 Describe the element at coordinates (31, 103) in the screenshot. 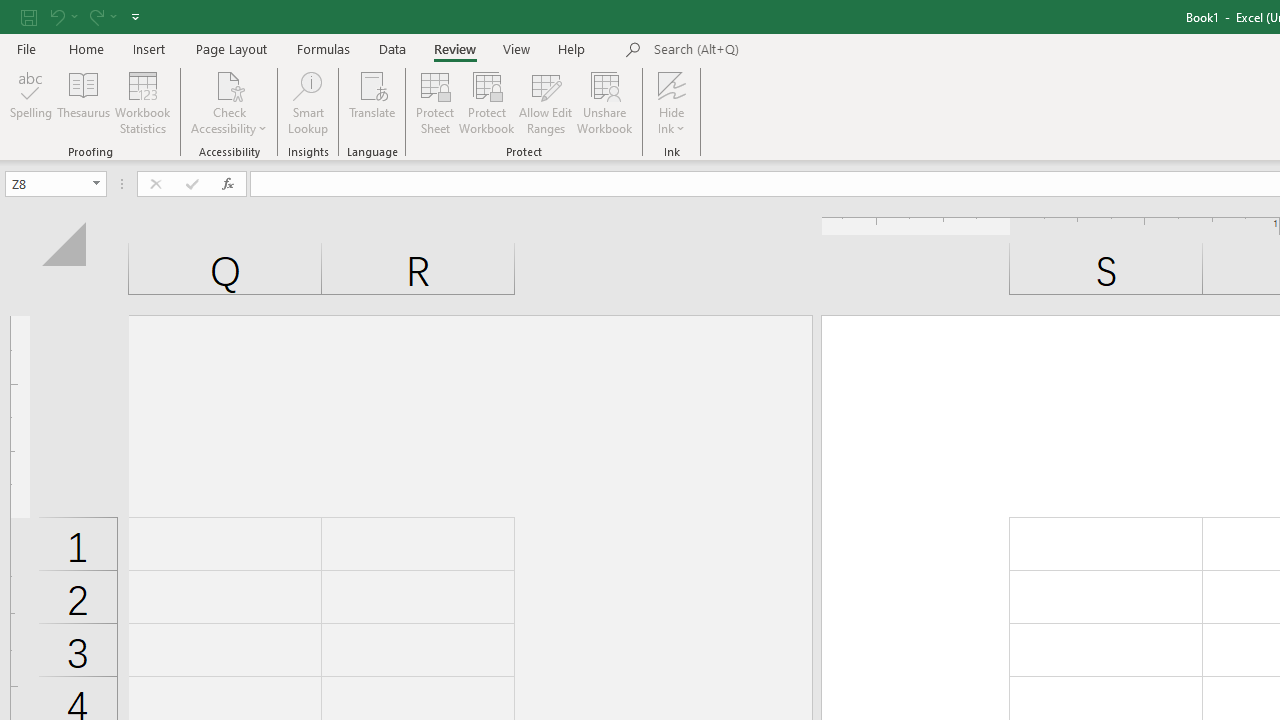

I see `'Spelling...'` at that location.